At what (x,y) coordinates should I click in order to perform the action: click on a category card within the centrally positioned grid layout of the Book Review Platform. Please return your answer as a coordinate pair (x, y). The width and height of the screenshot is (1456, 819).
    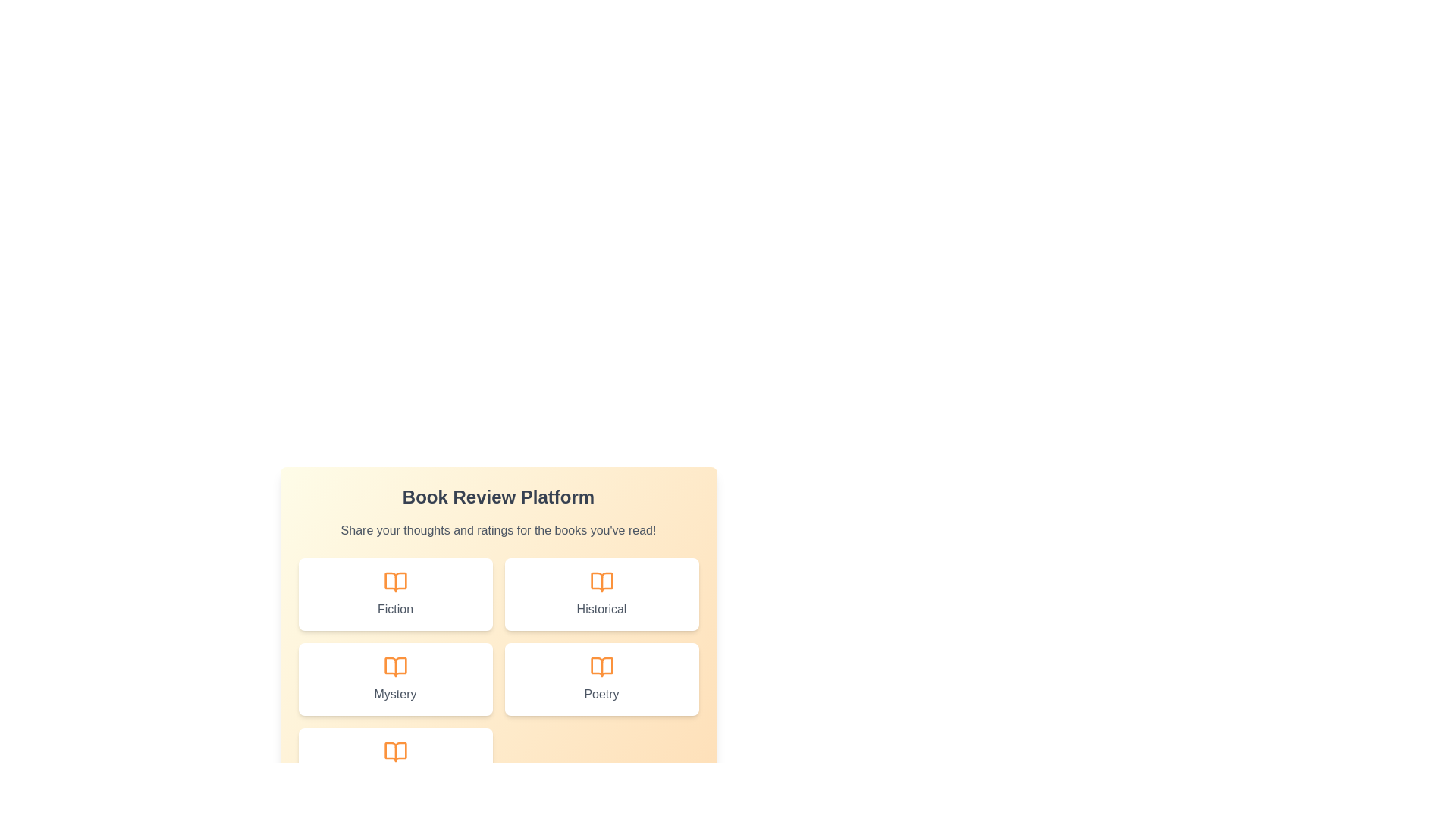
    Looking at the image, I should click on (498, 678).